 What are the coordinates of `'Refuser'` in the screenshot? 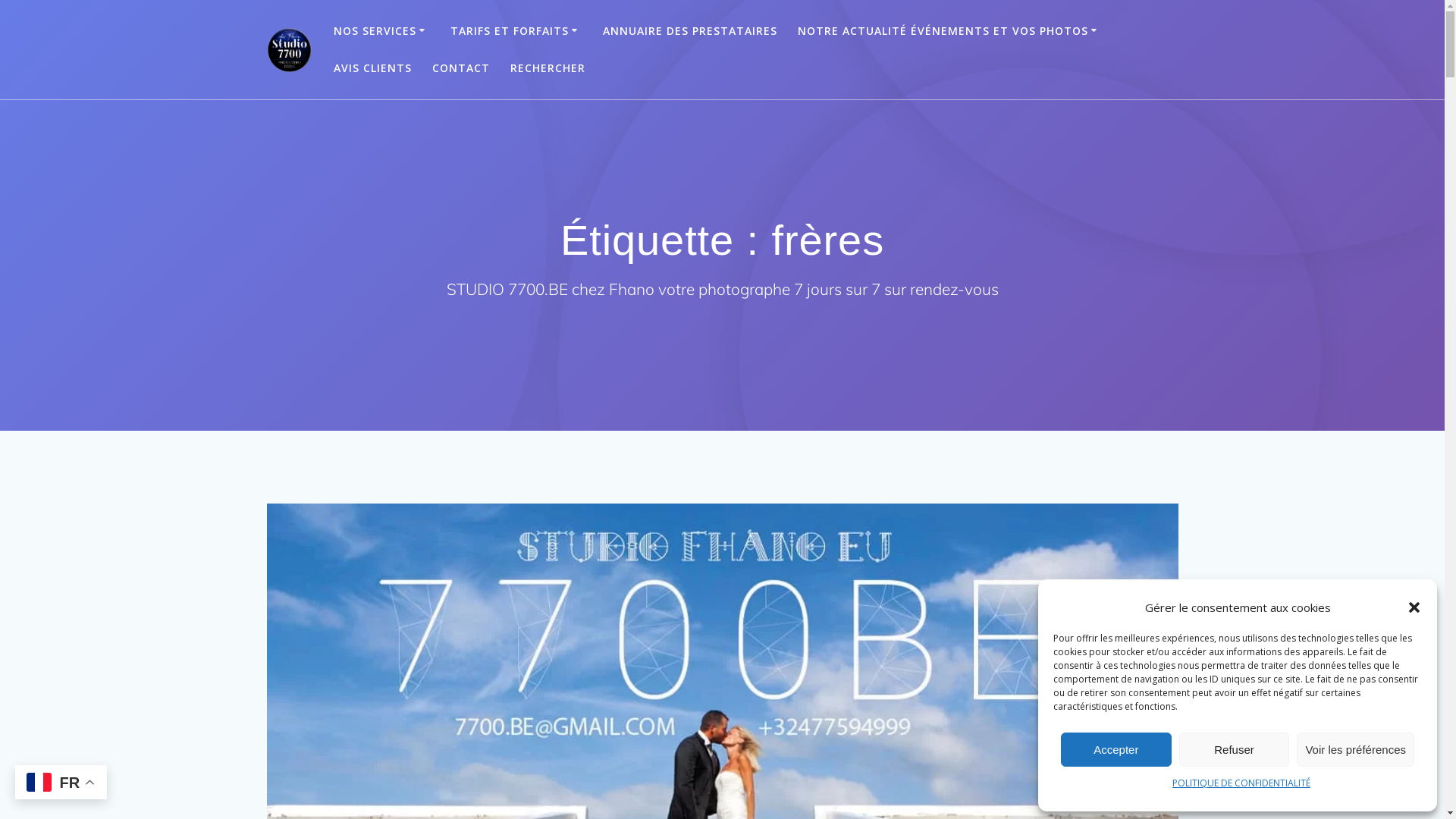 It's located at (1234, 748).